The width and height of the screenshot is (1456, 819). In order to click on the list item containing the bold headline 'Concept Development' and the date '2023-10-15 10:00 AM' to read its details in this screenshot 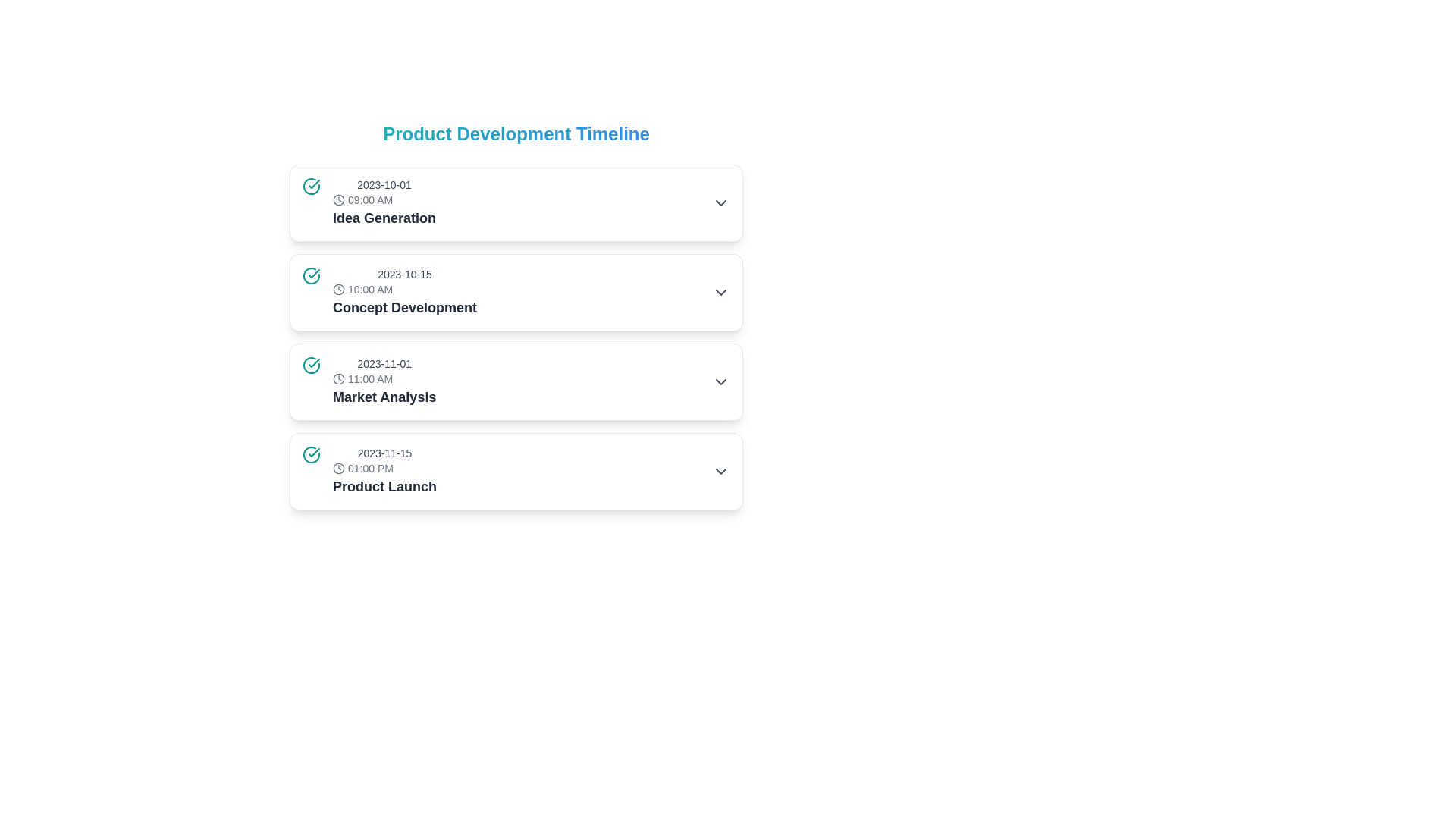, I will do `click(389, 292)`.